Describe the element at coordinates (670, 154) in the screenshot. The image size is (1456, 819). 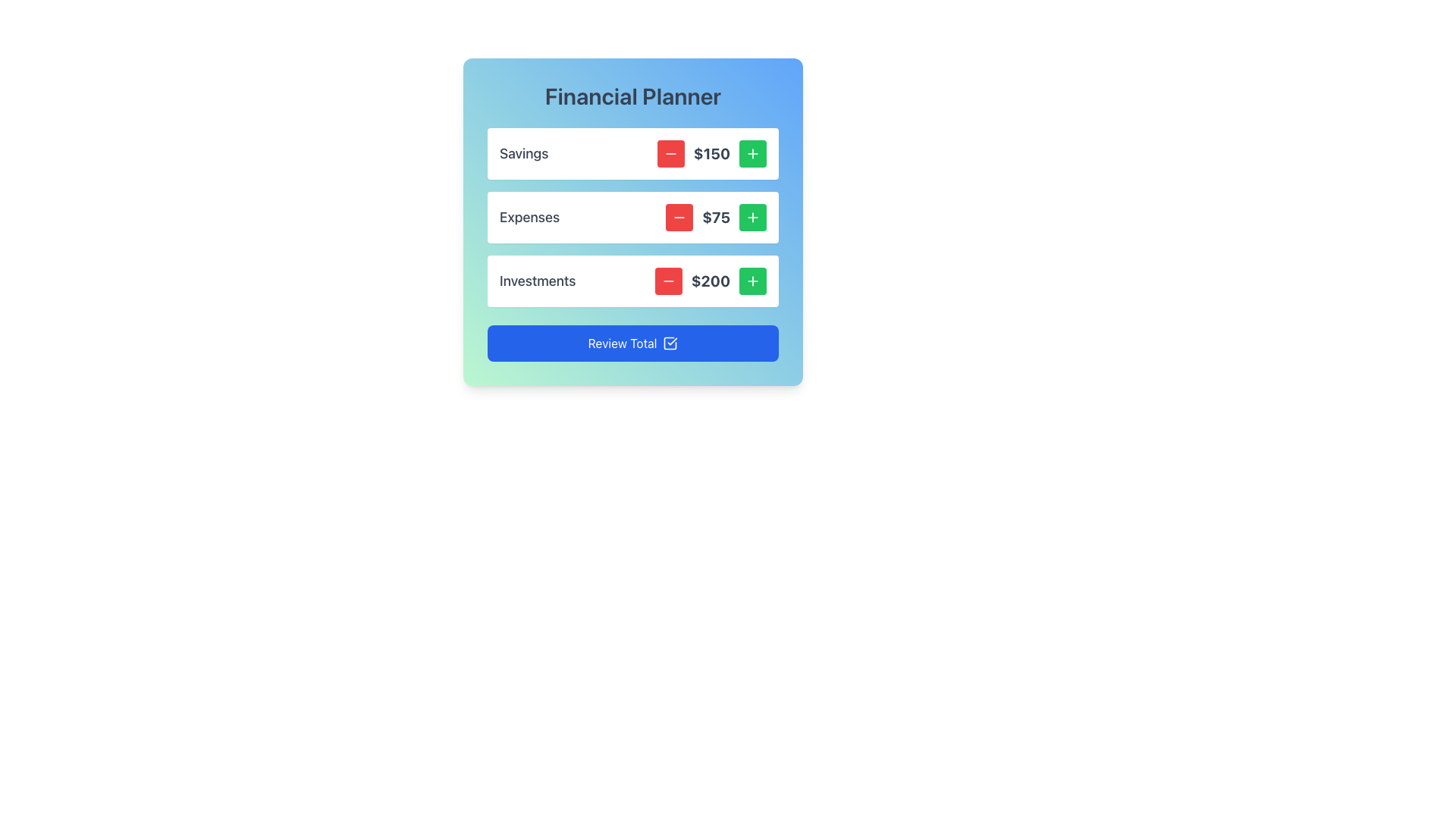
I see `the red button that decrements the 'Savings' value, located in the first row of the list` at that location.